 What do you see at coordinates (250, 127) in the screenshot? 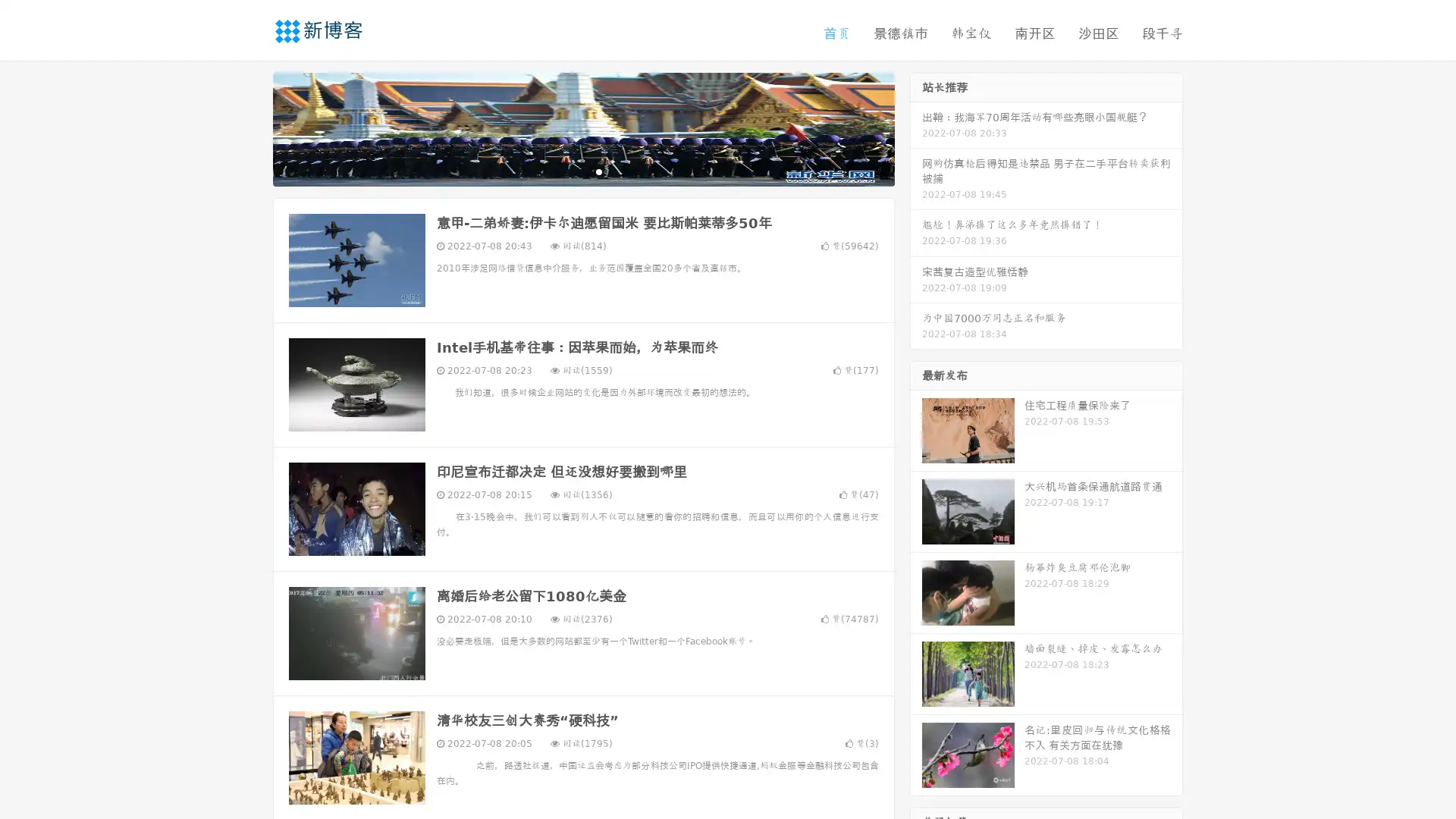
I see `Previous slide` at bounding box center [250, 127].